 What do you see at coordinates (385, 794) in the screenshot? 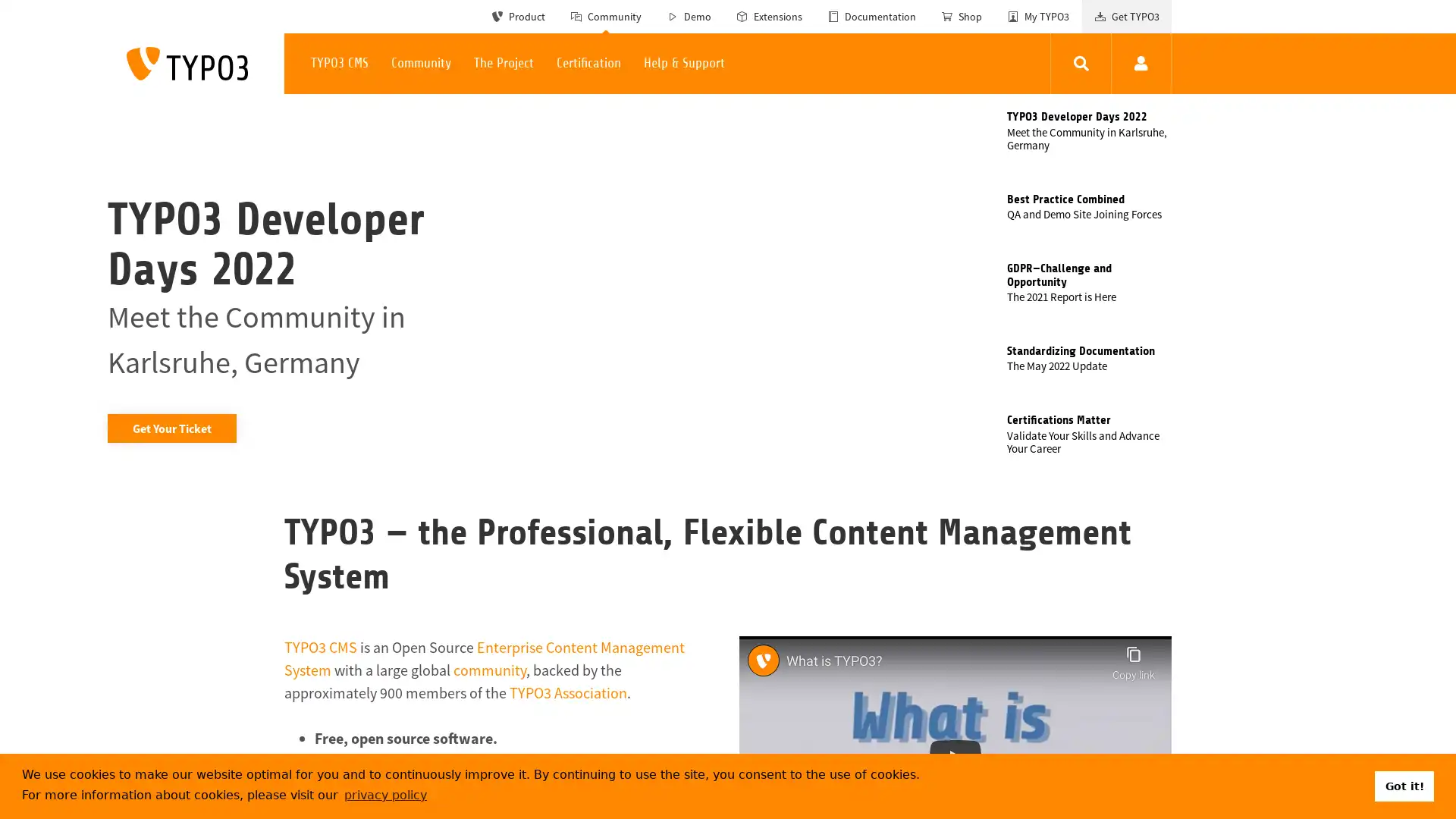
I see `learn more about cookies` at bounding box center [385, 794].